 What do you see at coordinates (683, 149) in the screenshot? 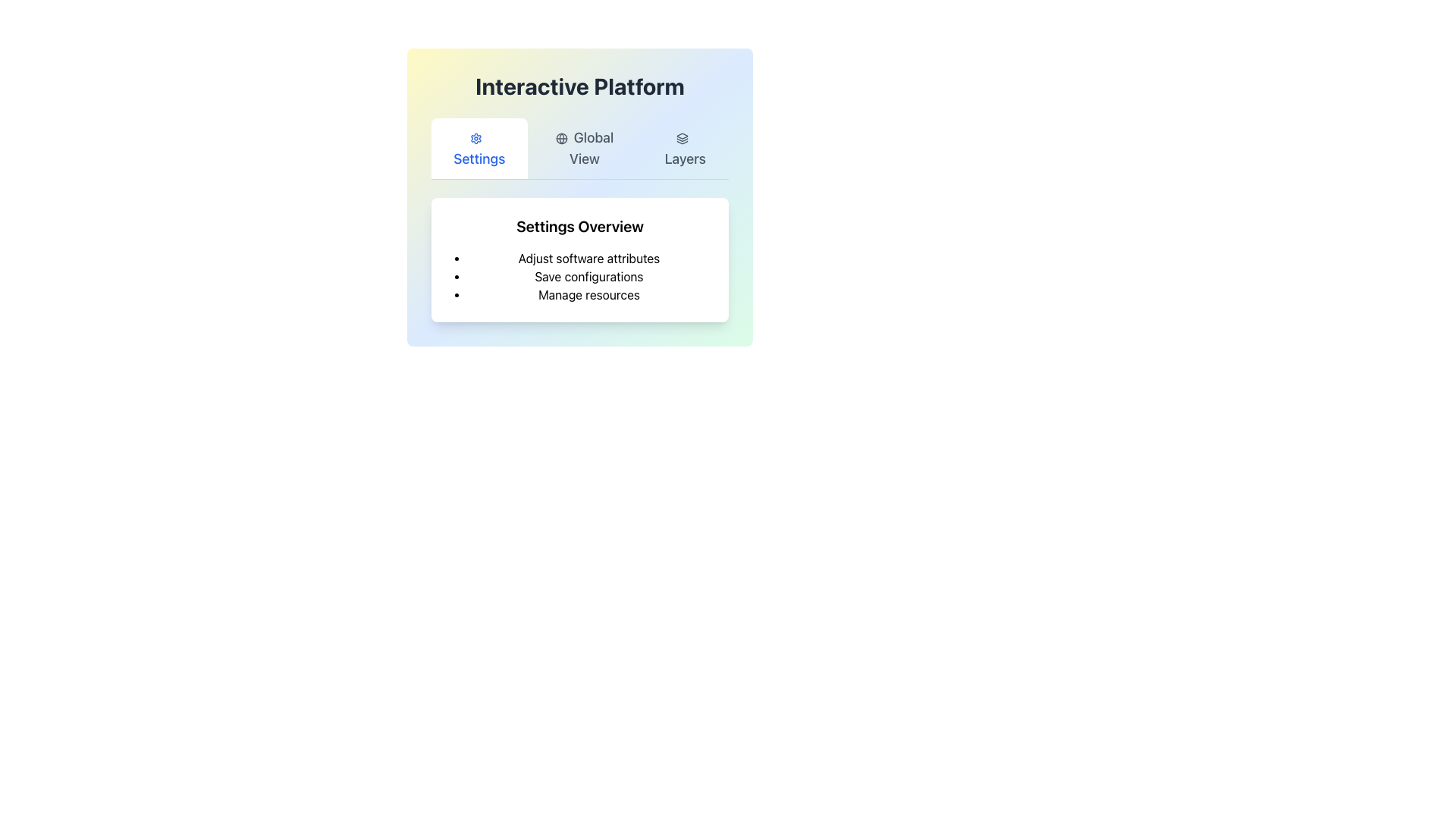
I see `the 'Layers' button, which is a horizontally rectangular button displaying the text 'Layers' with an icon of stacked shapes above it` at bounding box center [683, 149].